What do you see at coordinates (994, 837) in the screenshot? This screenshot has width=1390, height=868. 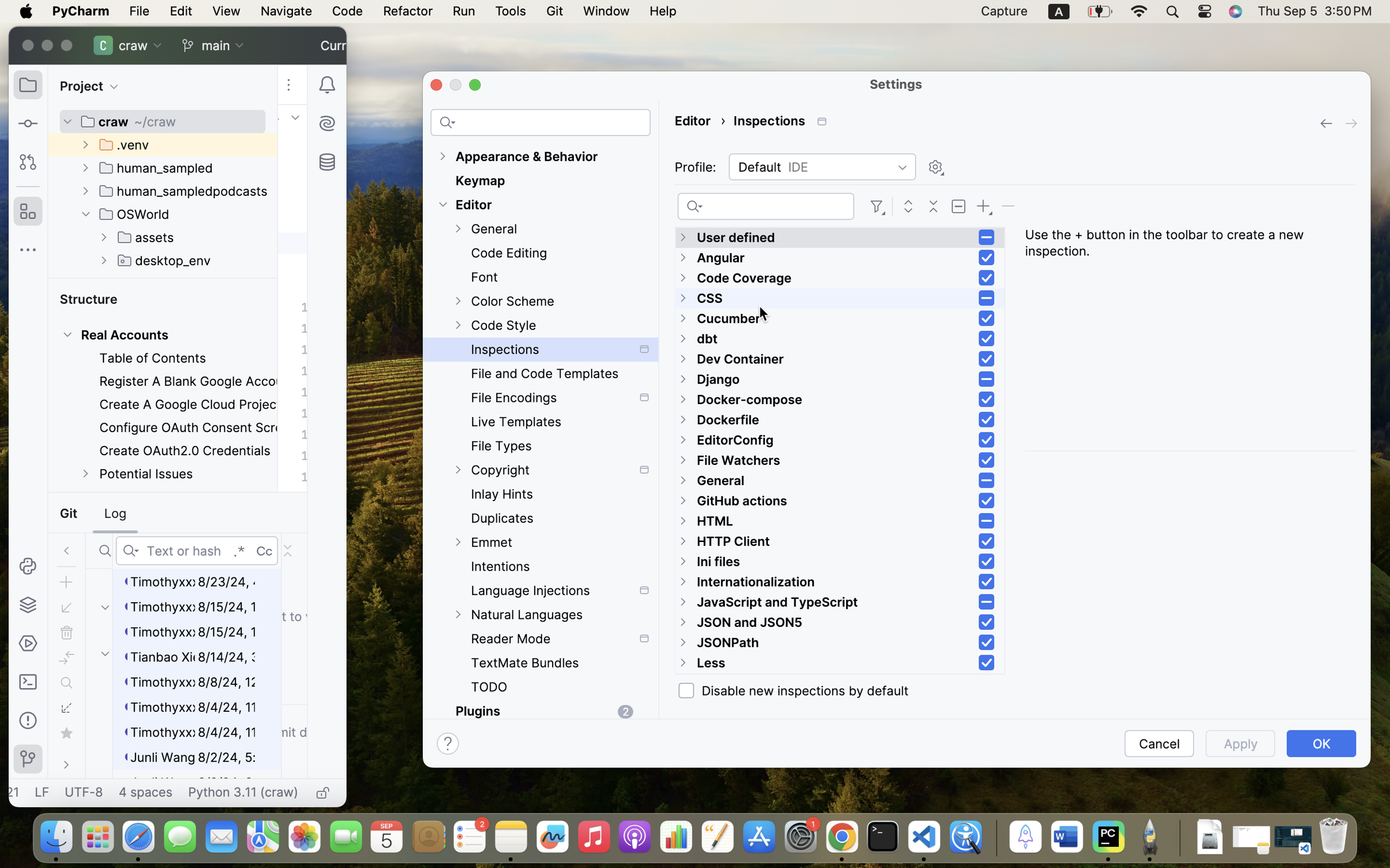 I see `'0.4285714328289032'` at bounding box center [994, 837].